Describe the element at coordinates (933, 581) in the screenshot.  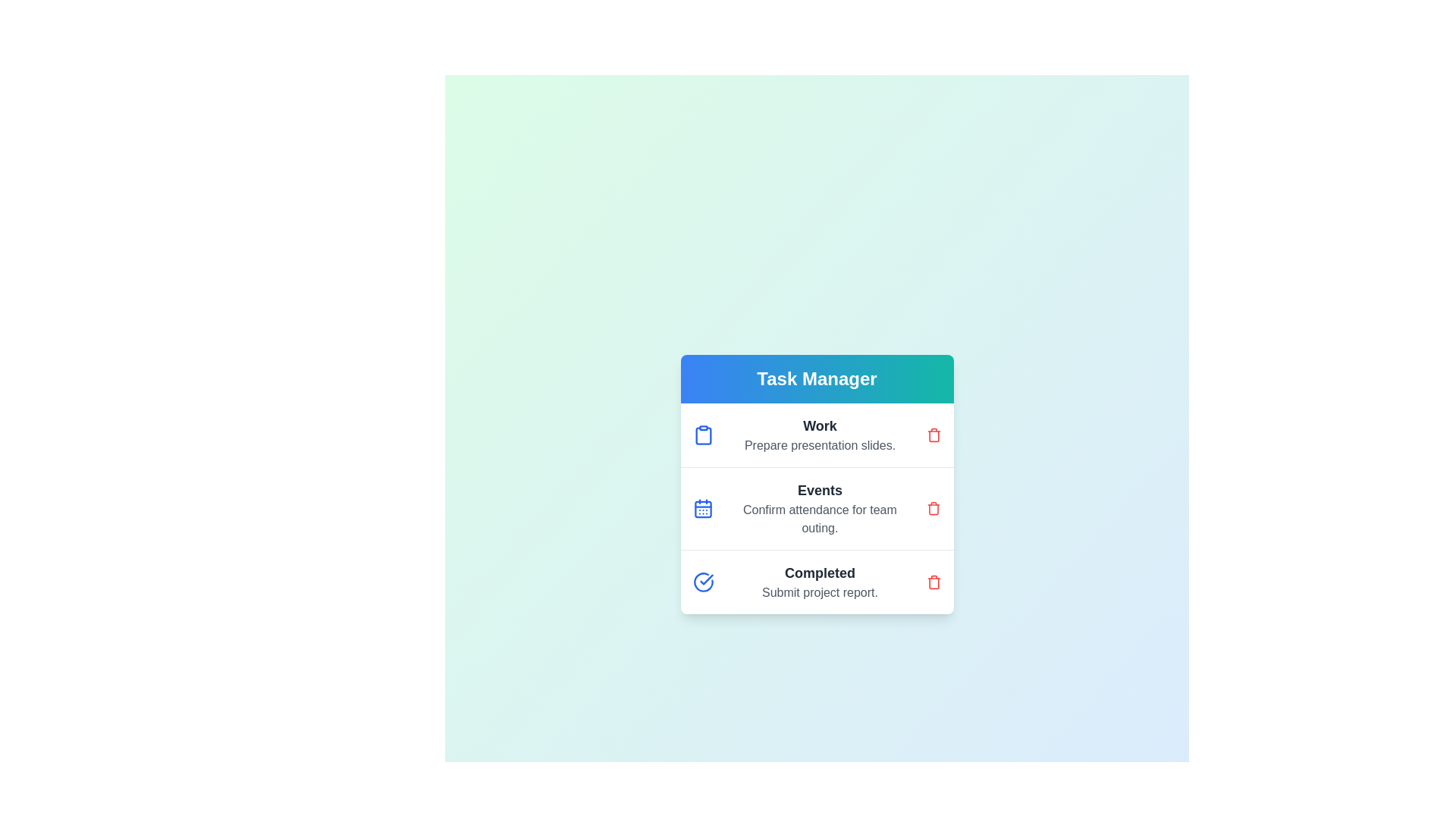
I see `the trash icon for the task with ID 3 to remove it from the list` at that location.